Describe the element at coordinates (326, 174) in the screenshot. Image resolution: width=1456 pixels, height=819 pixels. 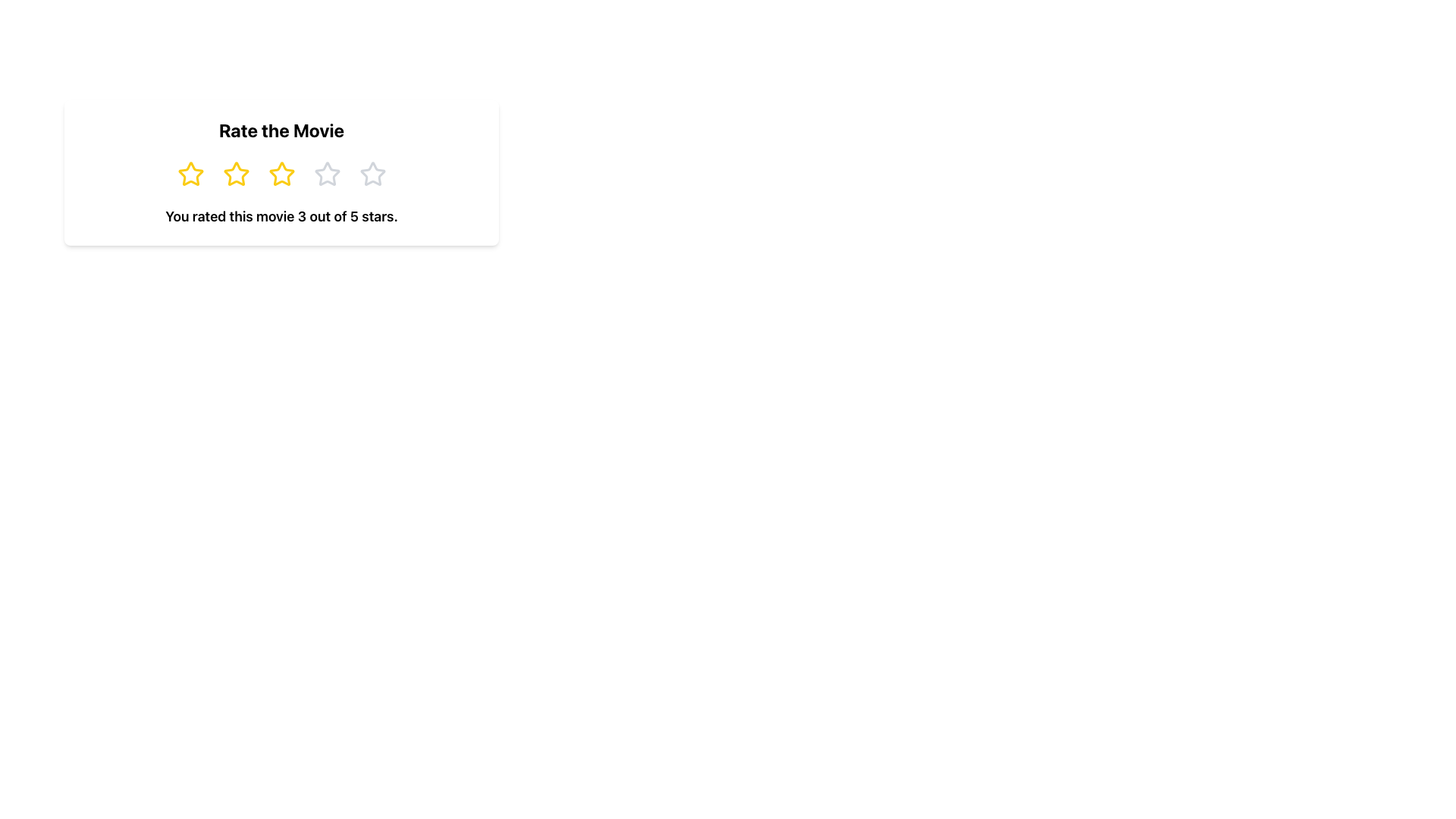
I see `the fourth star icon in the rating sequence to indicate interest in rating 4 stars` at that location.